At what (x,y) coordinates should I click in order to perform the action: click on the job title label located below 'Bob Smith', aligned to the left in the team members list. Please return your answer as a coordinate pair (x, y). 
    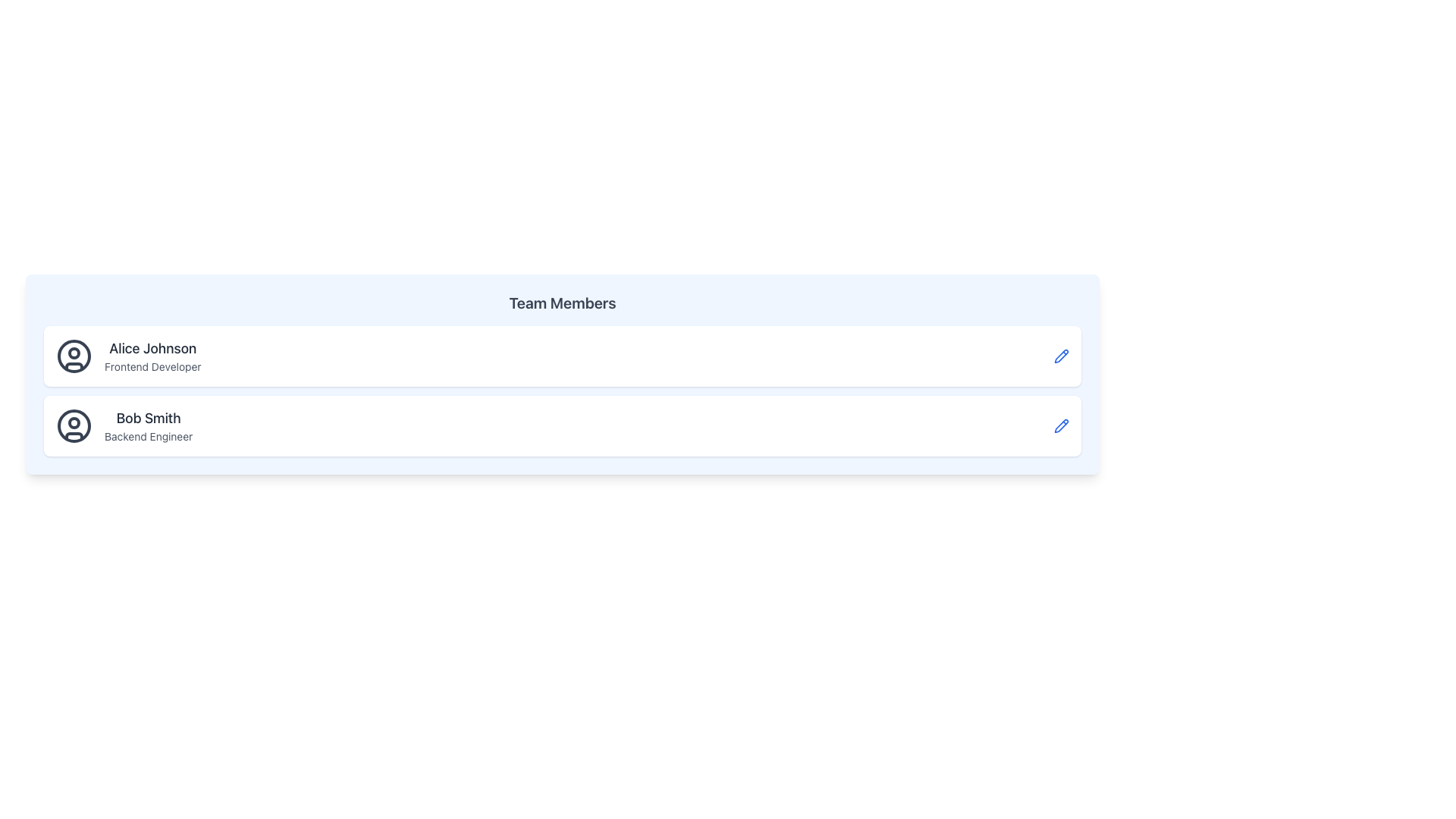
    Looking at the image, I should click on (149, 436).